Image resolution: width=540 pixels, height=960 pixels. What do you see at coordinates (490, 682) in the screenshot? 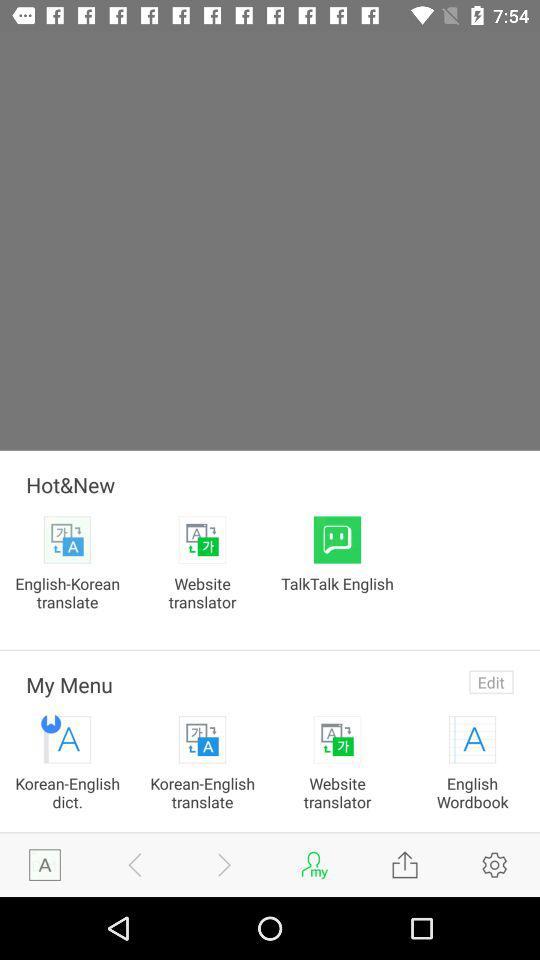
I see `item next to the my menu` at bounding box center [490, 682].